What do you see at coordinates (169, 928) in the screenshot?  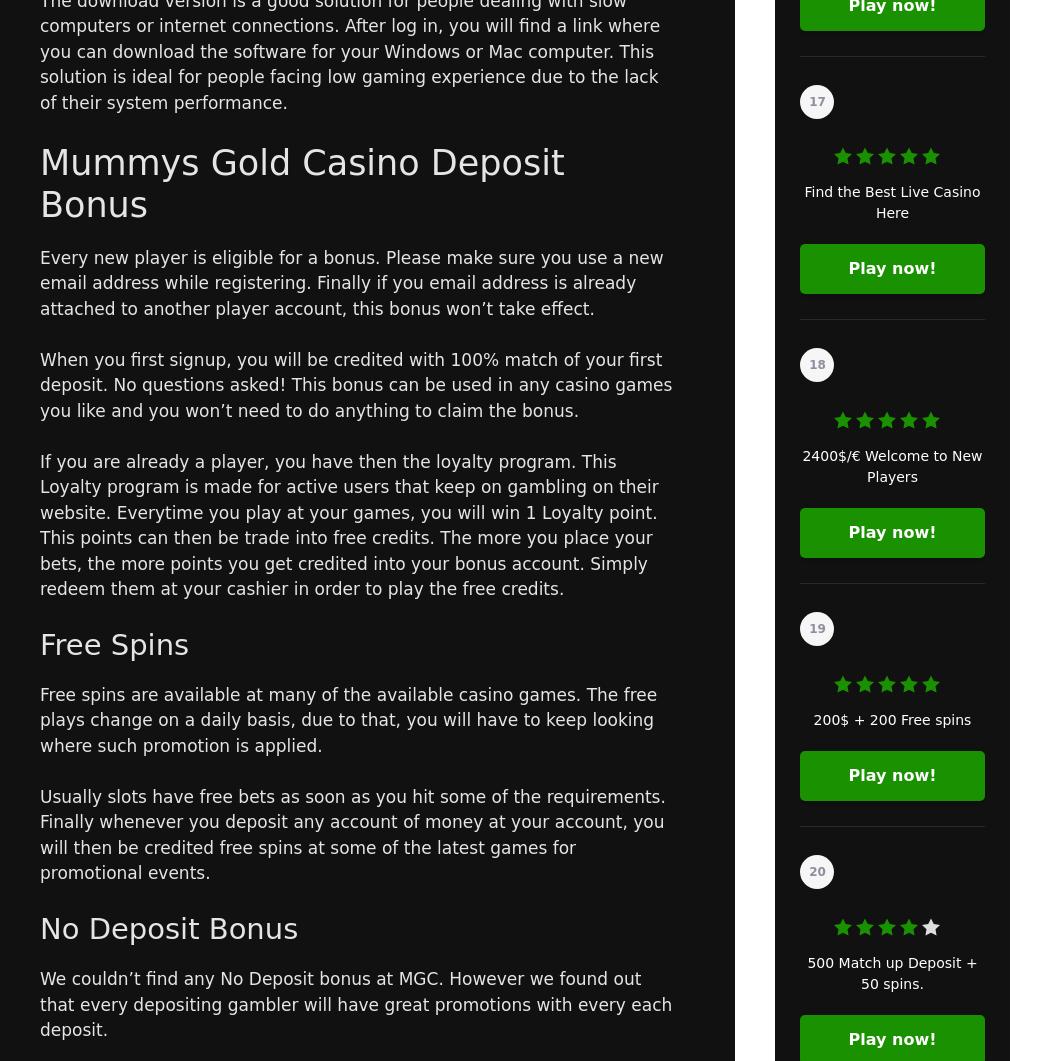 I see `'No Deposit Bonus'` at bounding box center [169, 928].